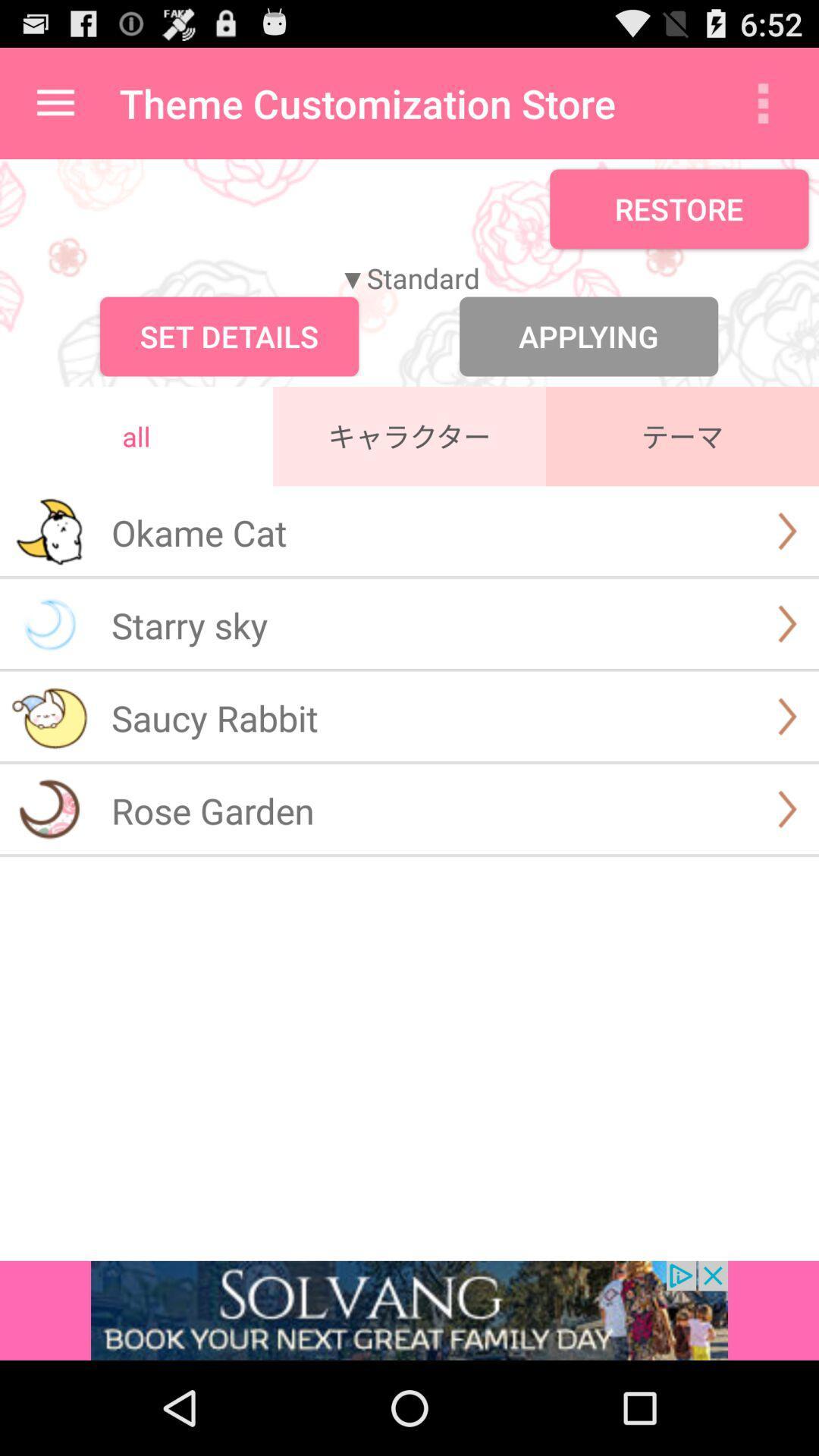 The image size is (819, 1456). What do you see at coordinates (409, 1310) in the screenshot?
I see `advertisement` at bounding box center [409, 1310].